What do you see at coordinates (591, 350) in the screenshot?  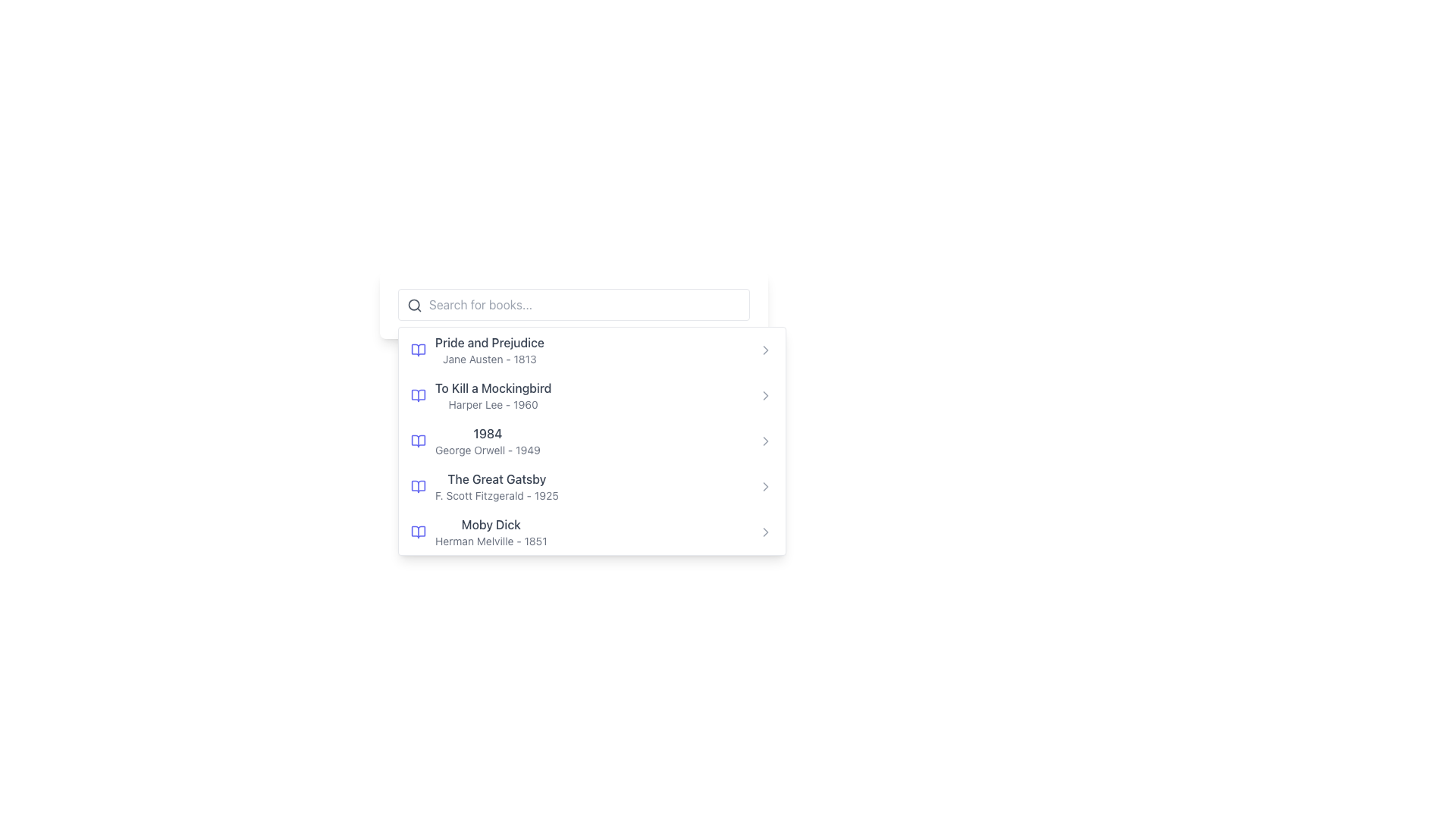 I see `the first selectable item` at bounding box center [591, 350].